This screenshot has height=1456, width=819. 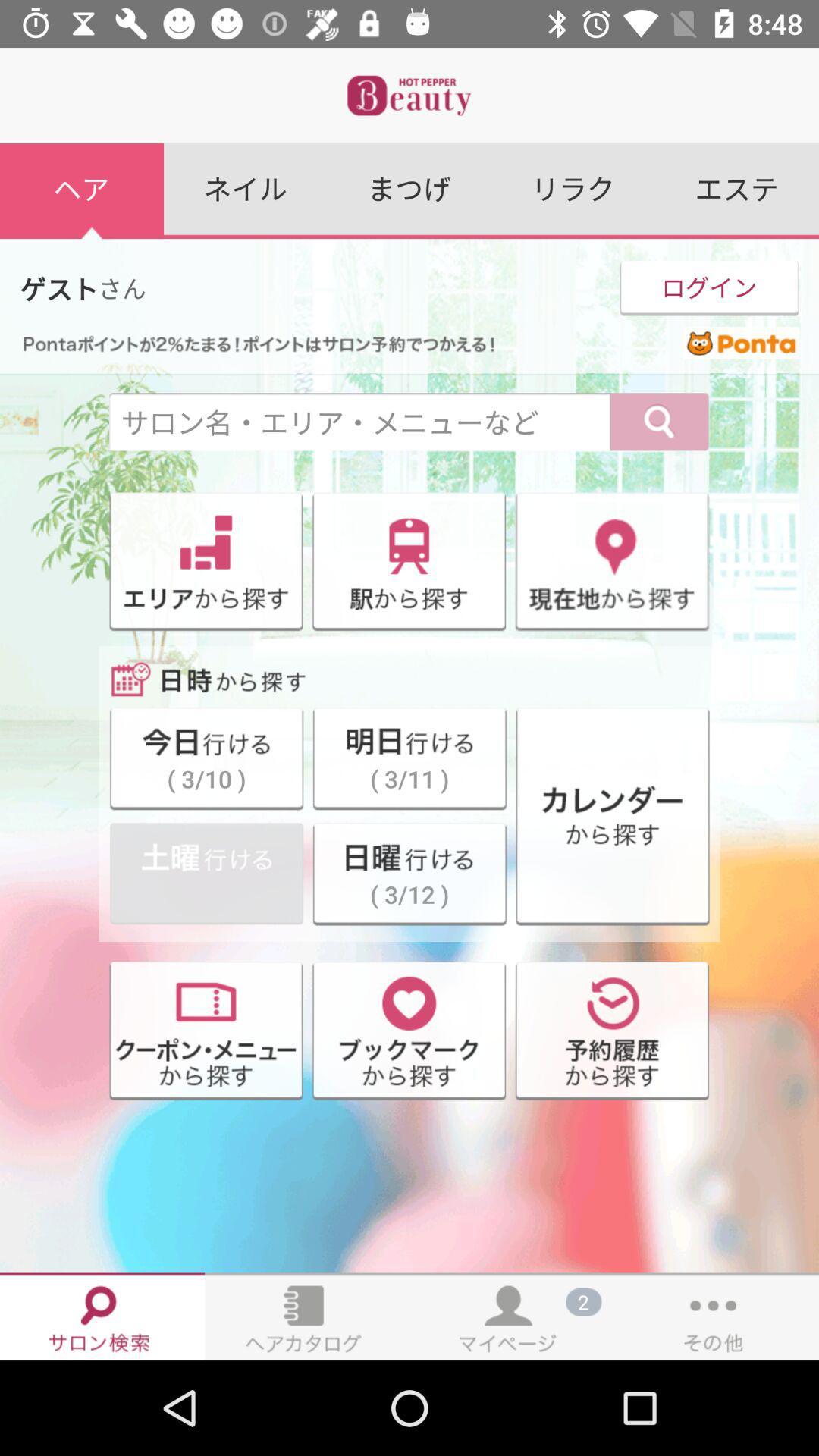 What do you see at coordinates (408, 1031) in the screenshot?
I see `the favorite icon` at bounding box center [408, 1031].